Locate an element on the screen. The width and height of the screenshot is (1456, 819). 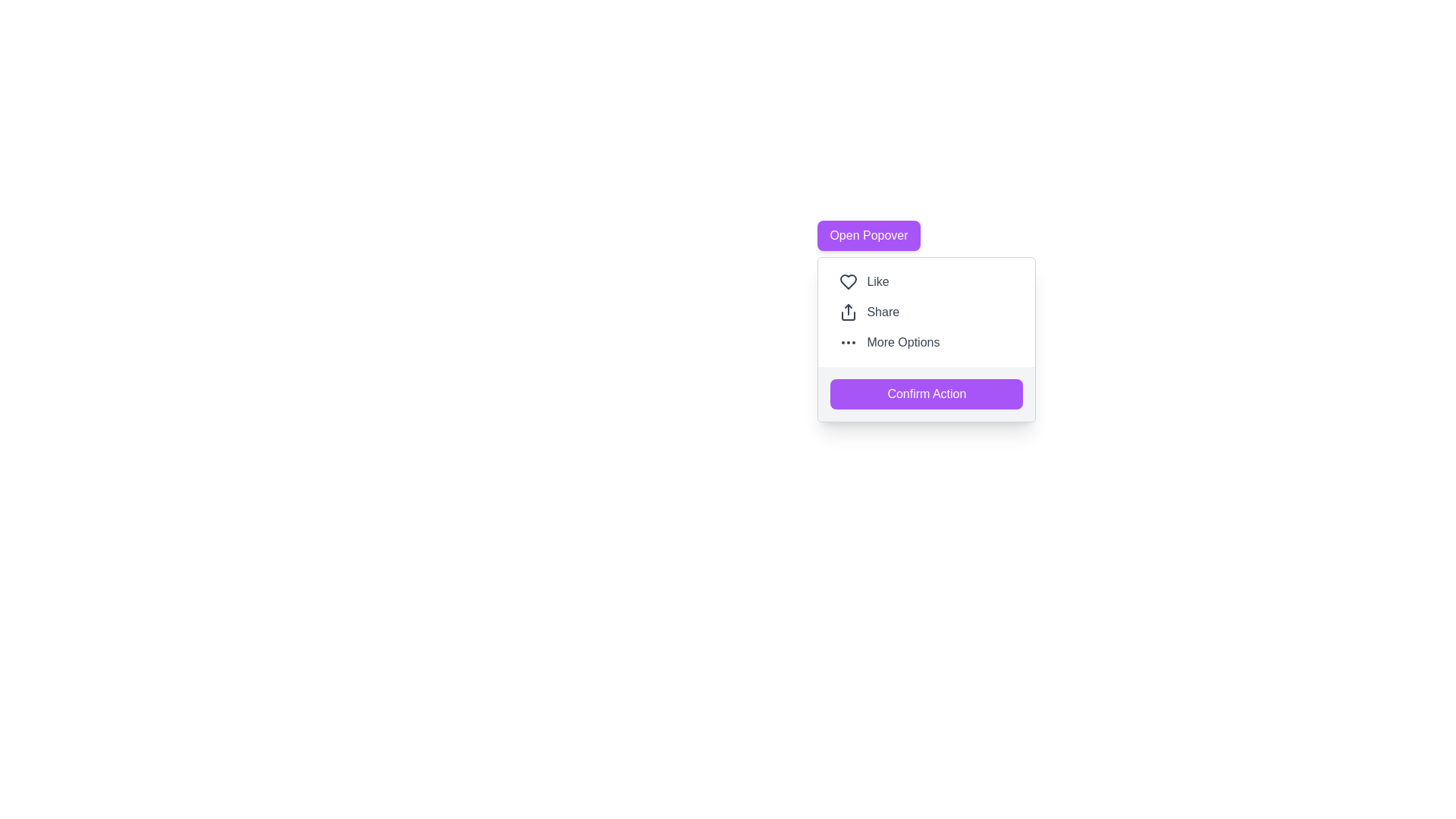
the heart-shaped icon with a hollow center and thick outline, which is the first icon in the vertically aligned button group containing the 'Like' text is located at coordinates (848, 281).